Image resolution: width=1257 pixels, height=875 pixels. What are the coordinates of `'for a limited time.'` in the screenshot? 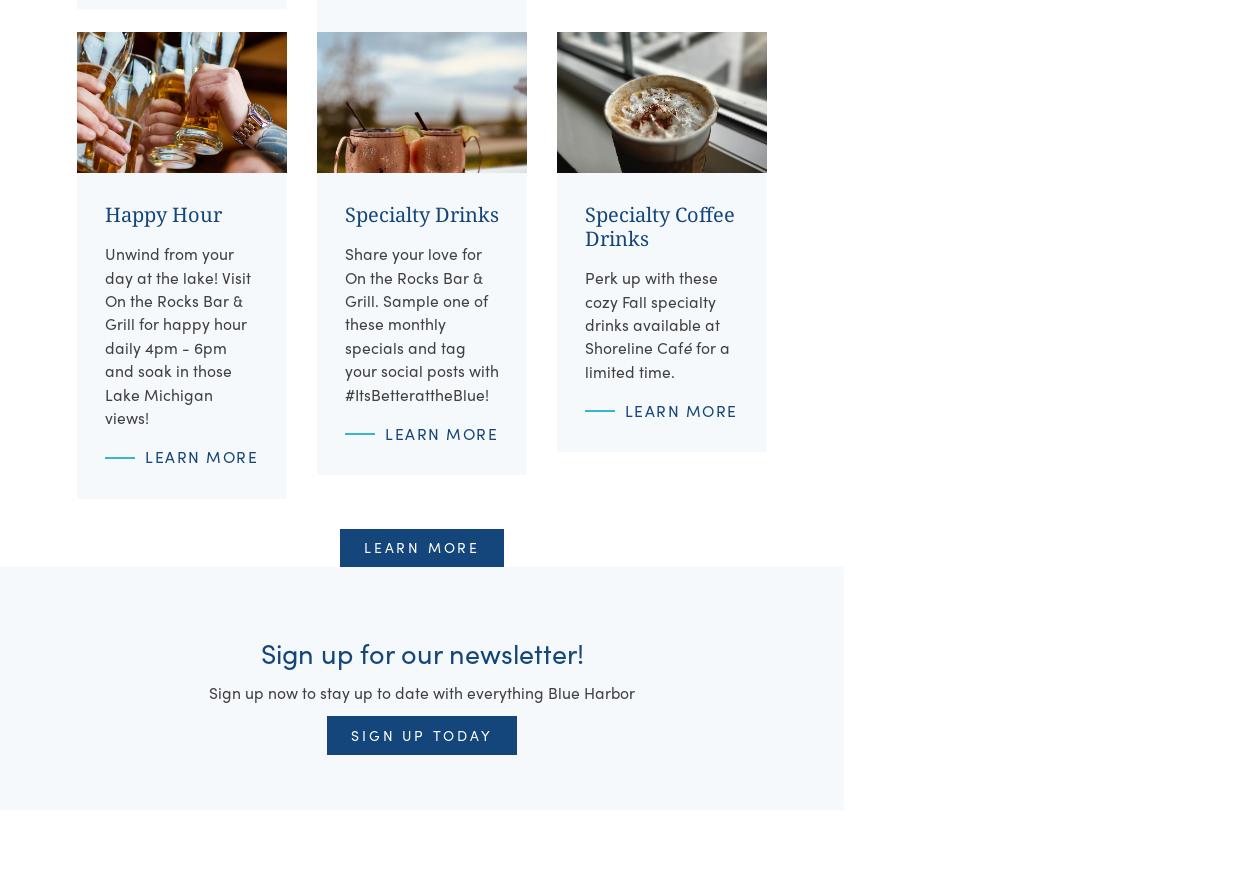 It's located at (655, 359).